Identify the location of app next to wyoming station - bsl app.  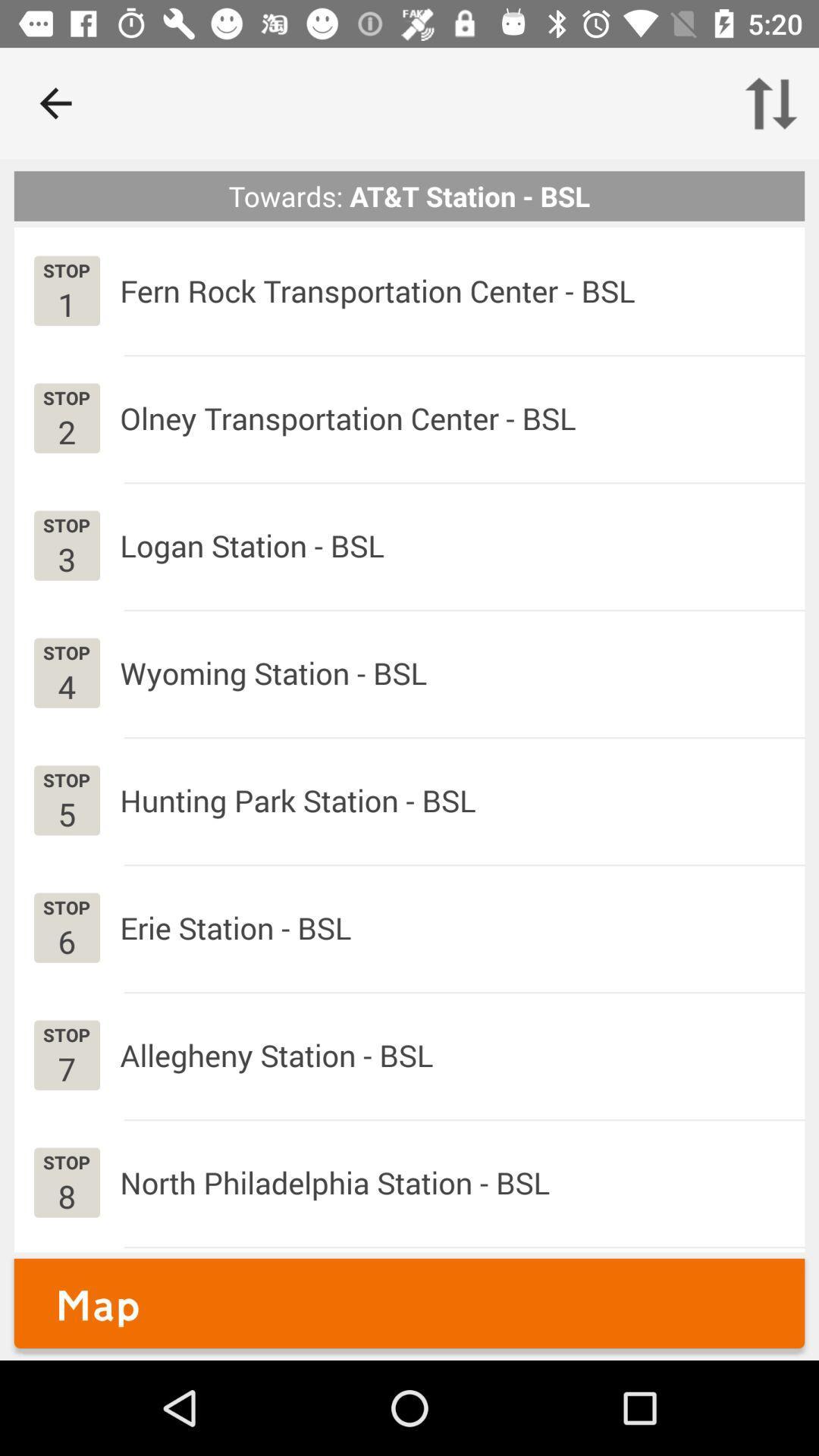
(66, 686).